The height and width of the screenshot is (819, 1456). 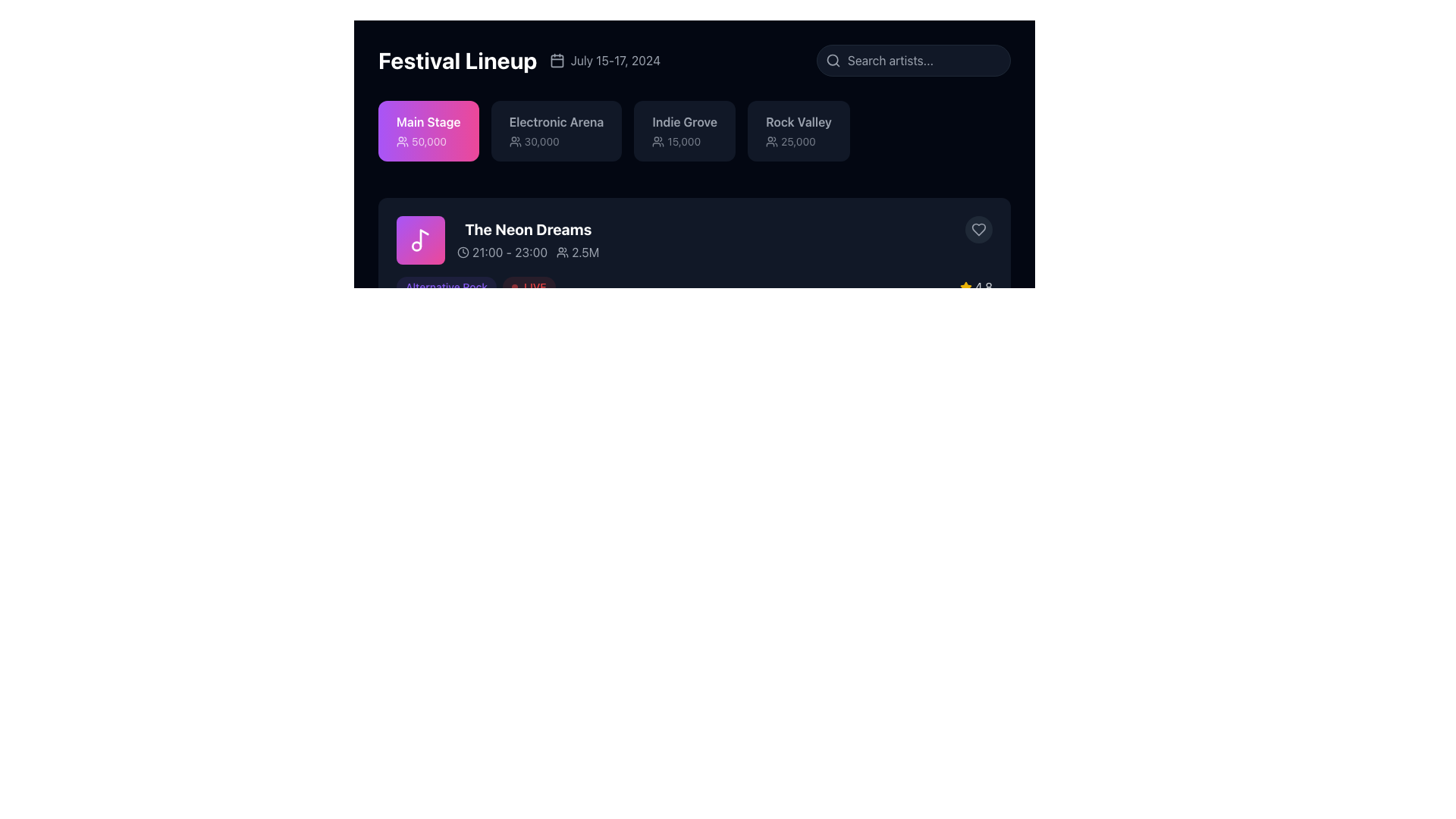 I want to click on the musical note icon's elongated vertical line in the 'The Neon Dreams' section of the UI, so click(x=424, y=238).